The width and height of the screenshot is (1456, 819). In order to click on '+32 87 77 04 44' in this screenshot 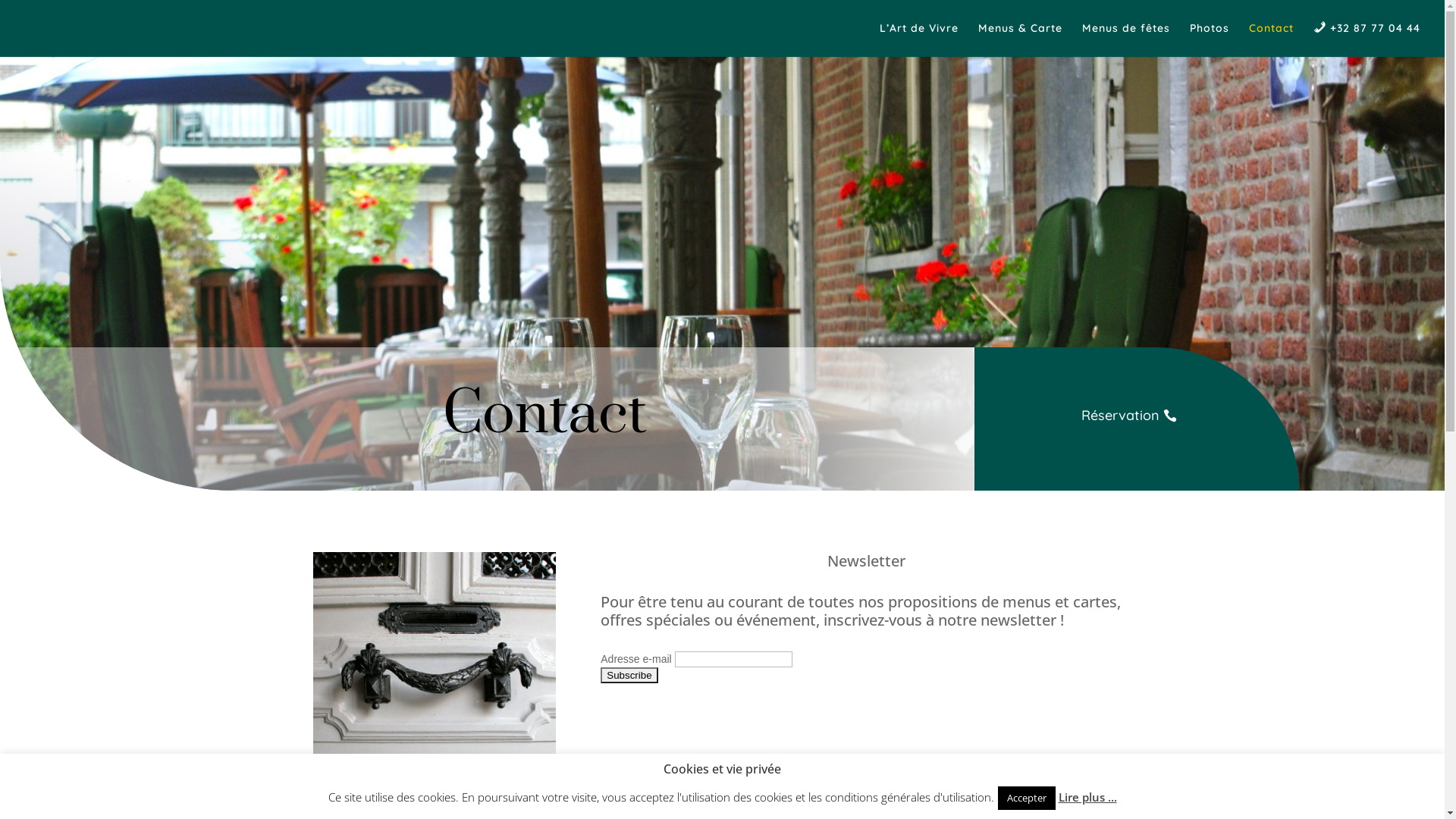, I will do `click(1367, 39)`.